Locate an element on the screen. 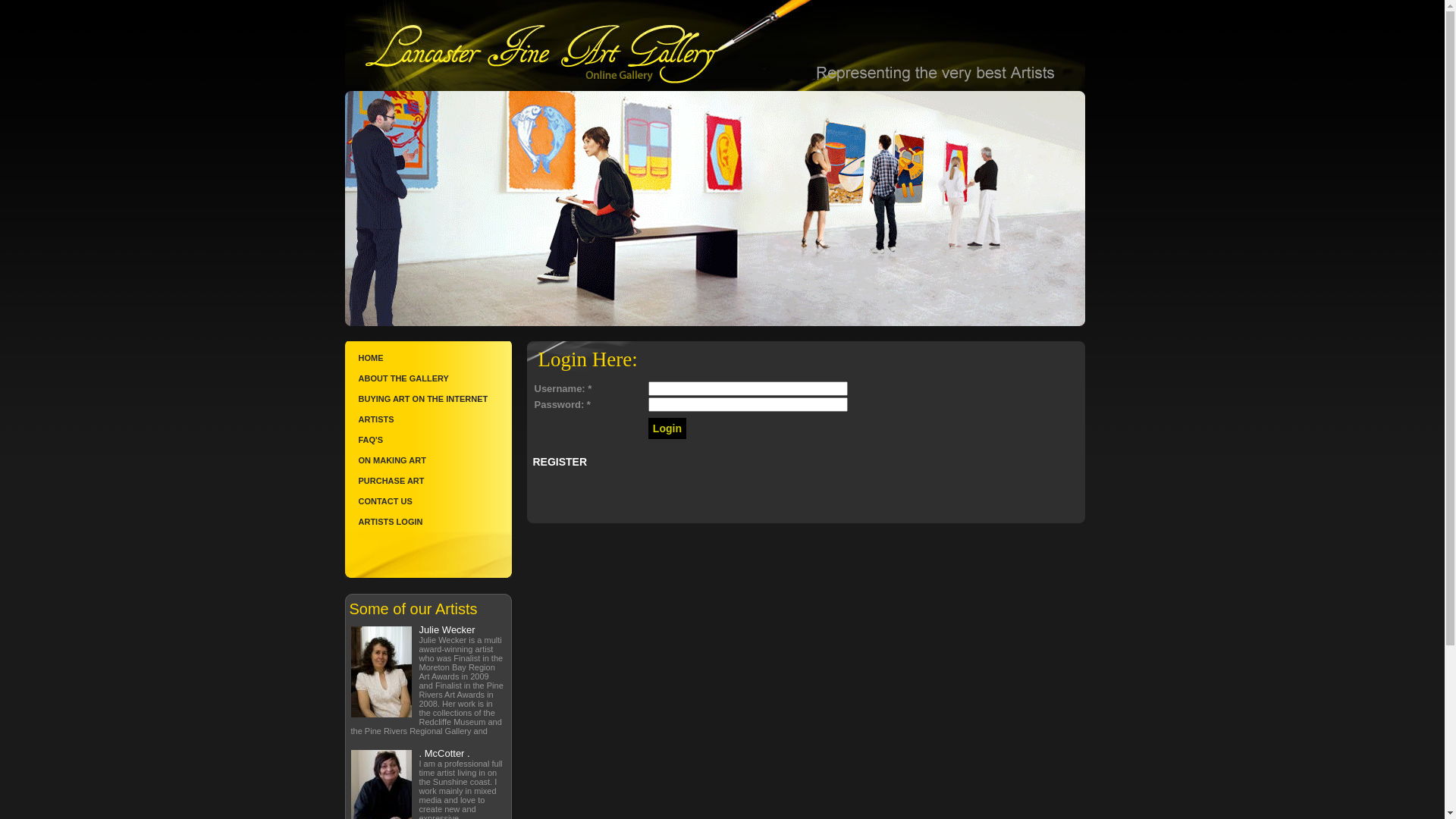 The image size is (1456, 819). 'REGISTER' is located at coordinates (559, 461).